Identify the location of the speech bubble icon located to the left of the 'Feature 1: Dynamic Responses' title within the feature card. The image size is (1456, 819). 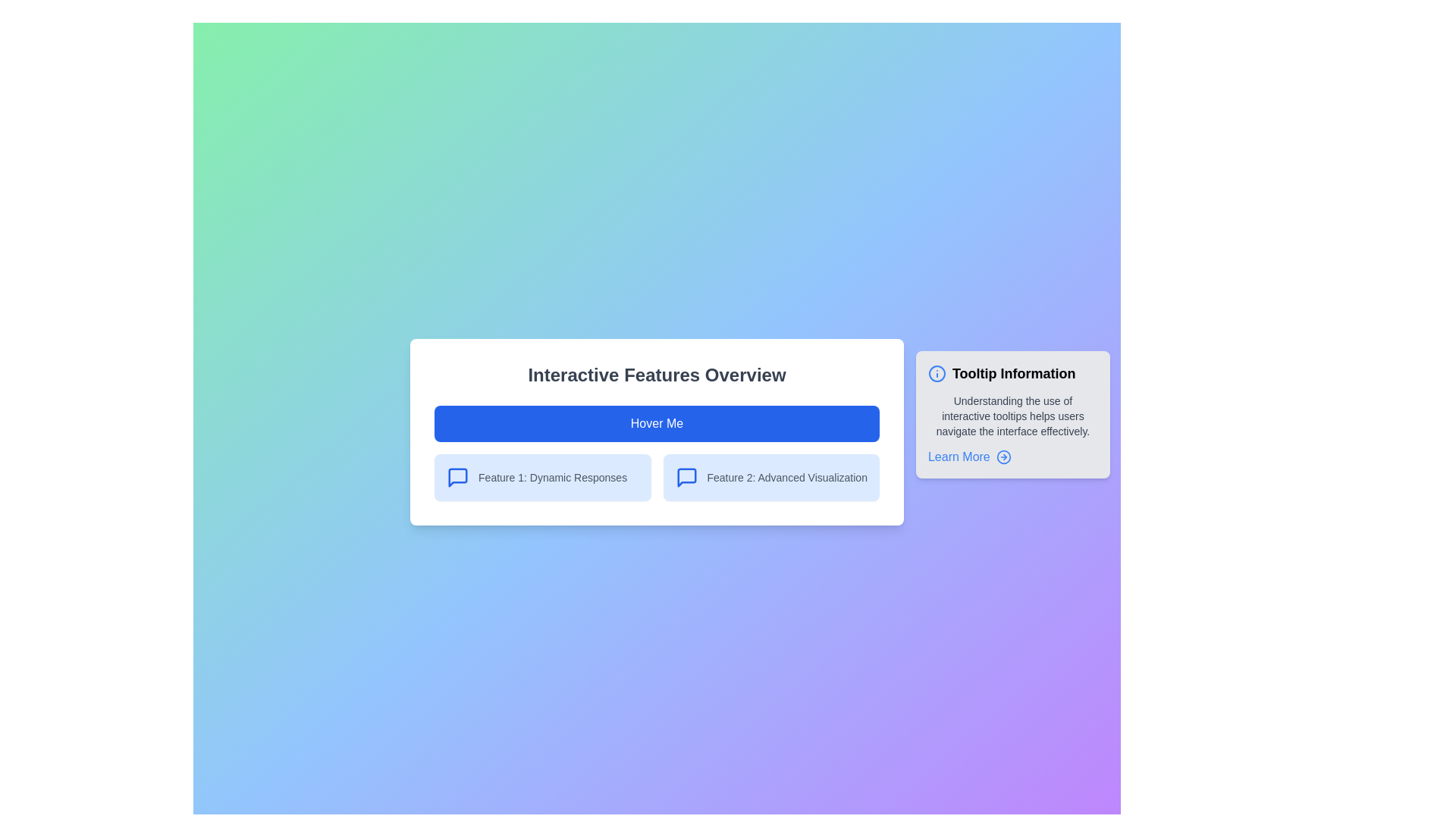
(457, 476).